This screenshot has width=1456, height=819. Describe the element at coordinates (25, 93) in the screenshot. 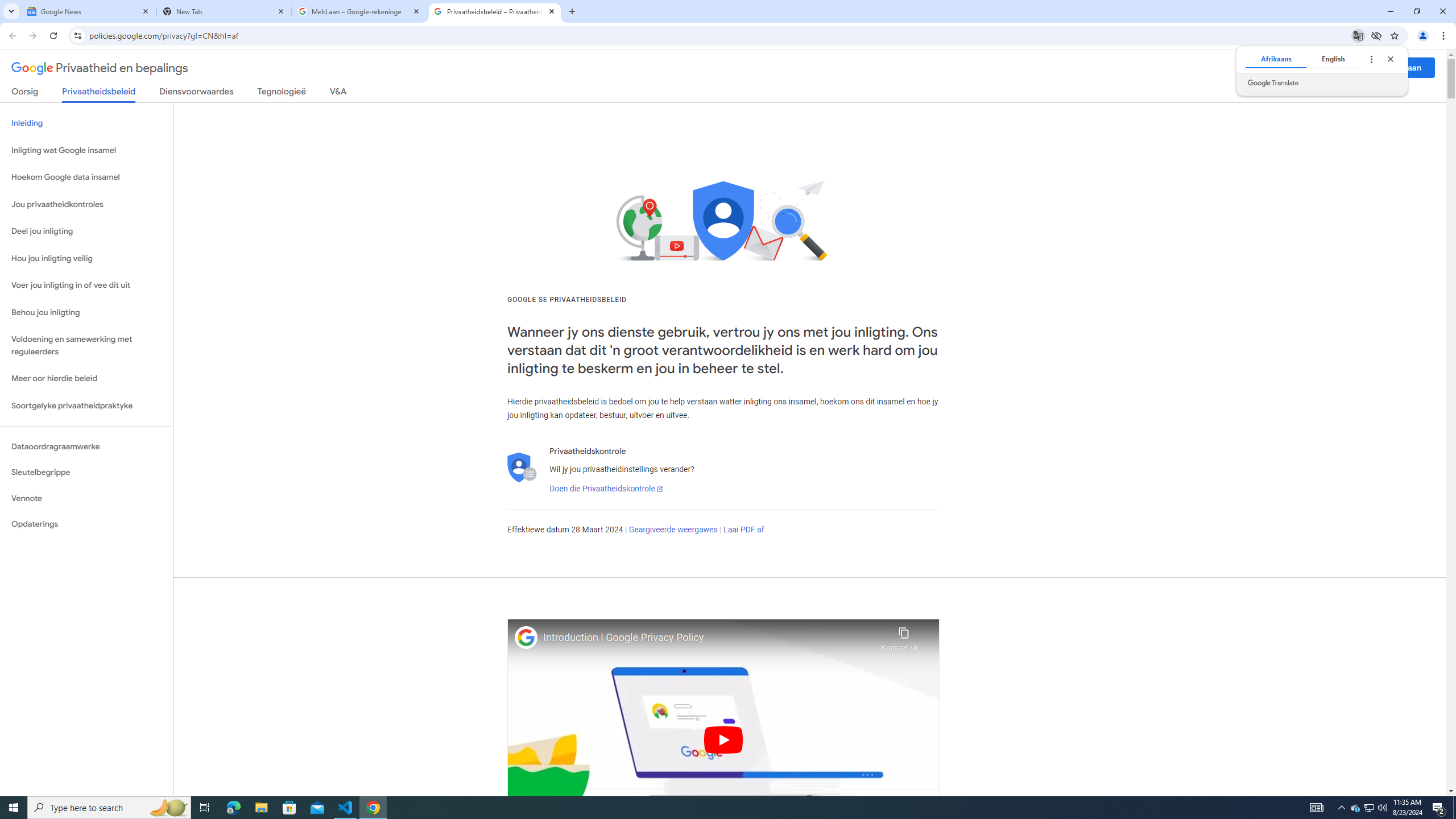

I see `'Oorsig'` at that location.